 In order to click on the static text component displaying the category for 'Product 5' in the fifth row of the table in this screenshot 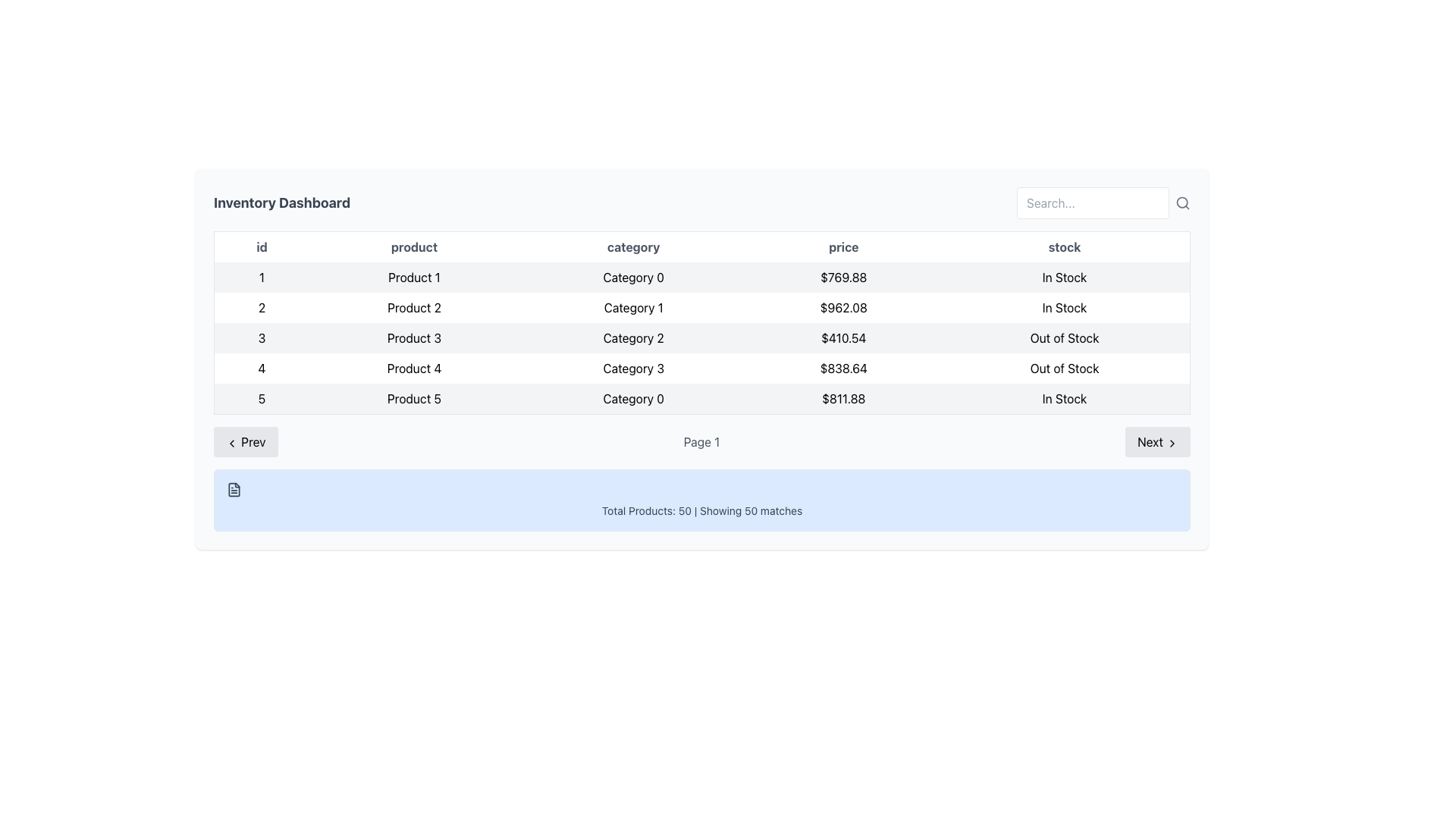, I will do `click(633, 398)`.